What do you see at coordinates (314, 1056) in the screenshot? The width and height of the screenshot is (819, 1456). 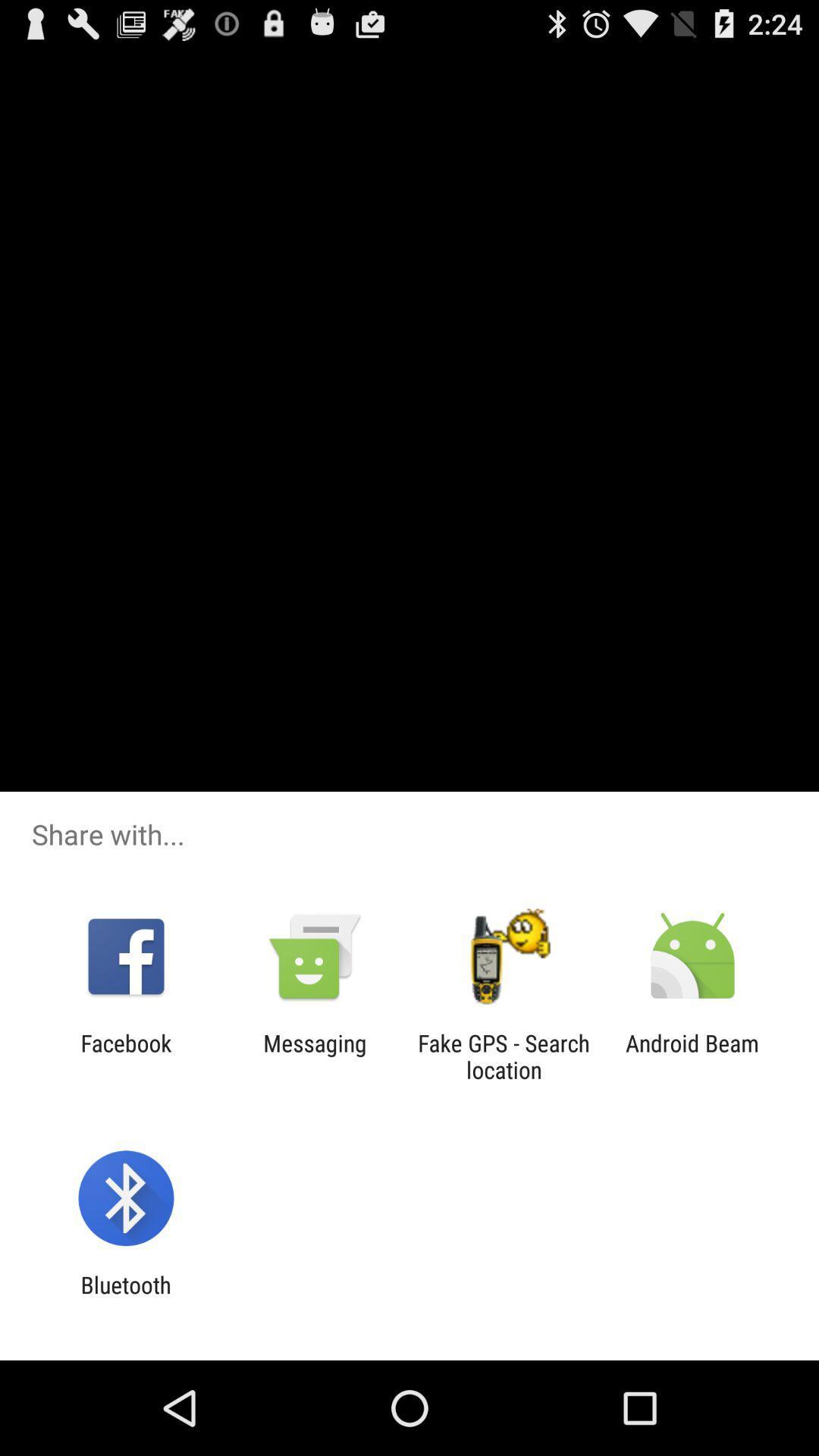 I see `the item to the left of the fake gps search app` at bounding box center [314, 1056].